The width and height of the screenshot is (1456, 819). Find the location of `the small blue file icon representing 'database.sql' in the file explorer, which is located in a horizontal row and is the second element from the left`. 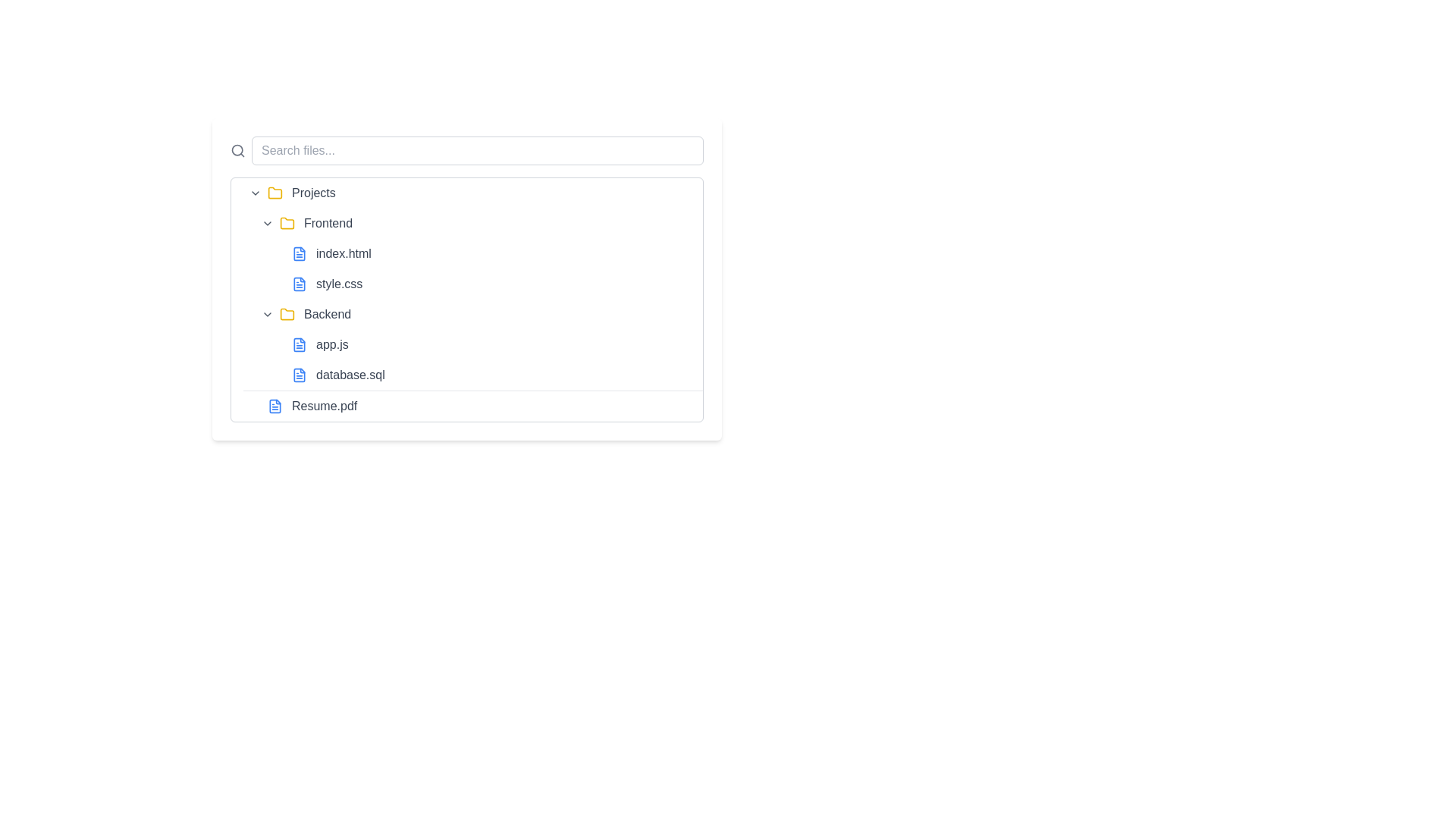

the small blue file icon representing 'database.sql' in the file explorer, which is located in a horizontal row and is the second element from the left is located at coordinates (299, 375).